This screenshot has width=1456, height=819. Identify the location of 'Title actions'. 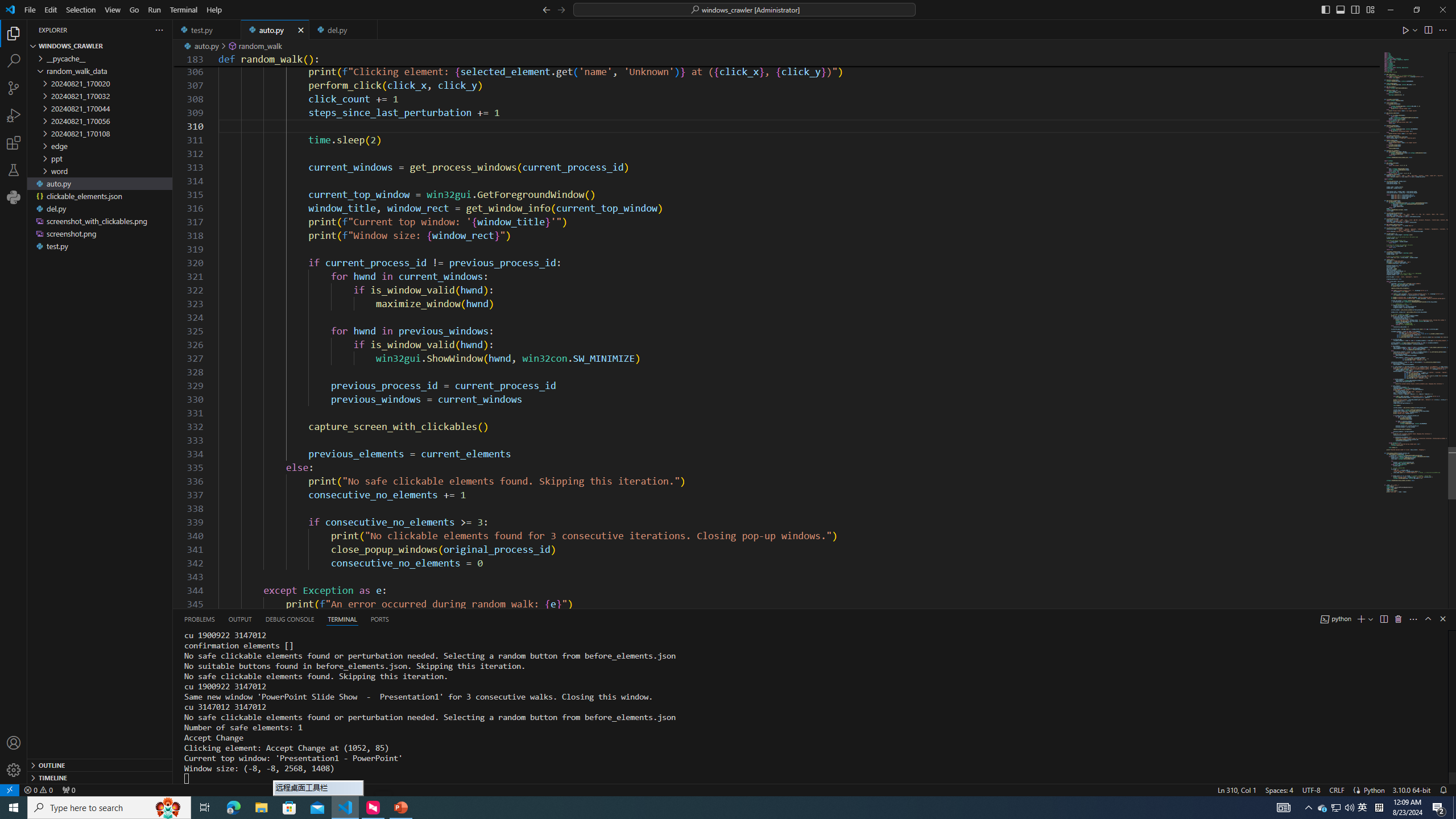
(1347, 9).